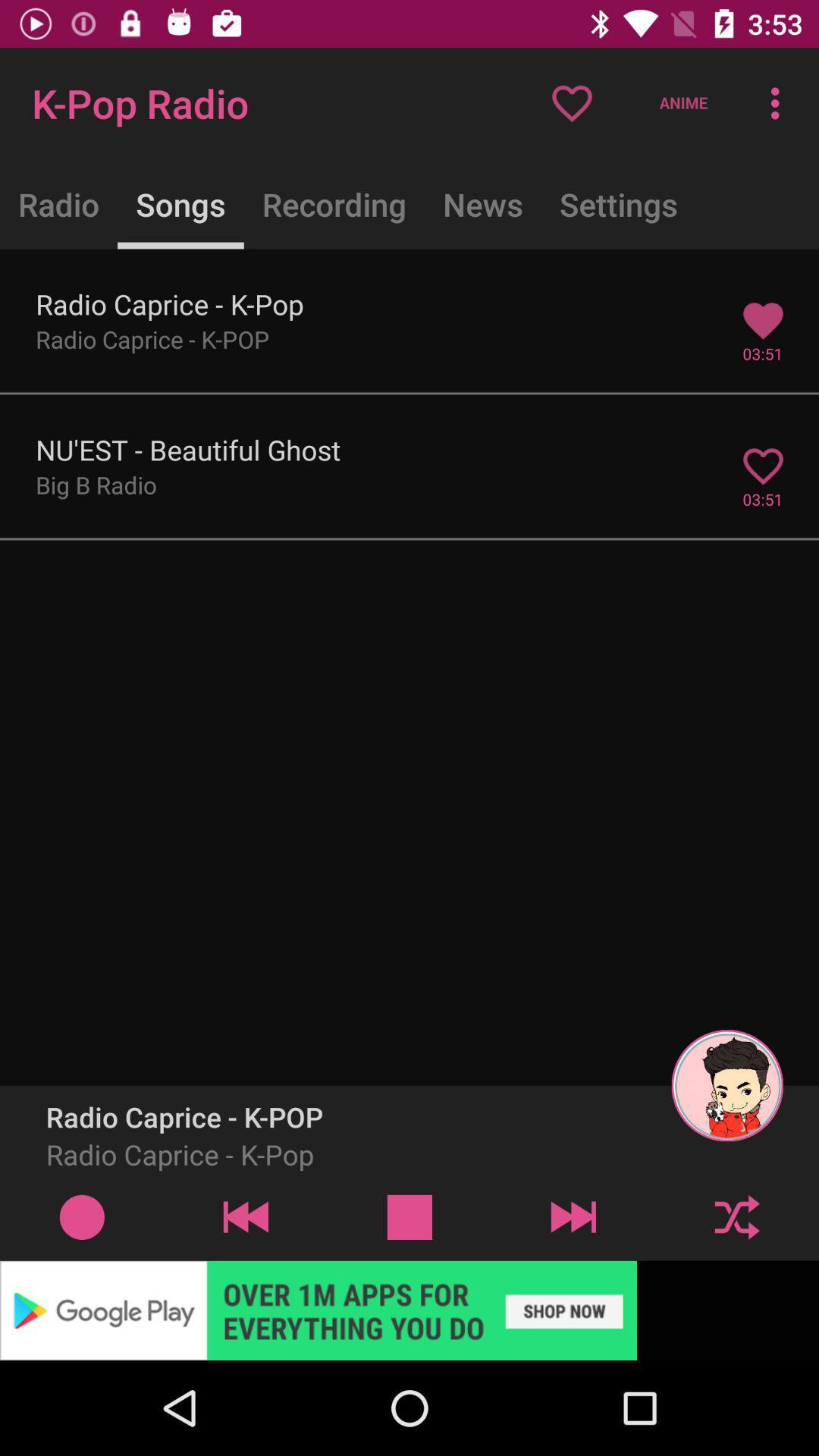  What do you see at coordinates (409, 1216) in the screenshot?
I see `stop` at bounding box center [409, 1216].